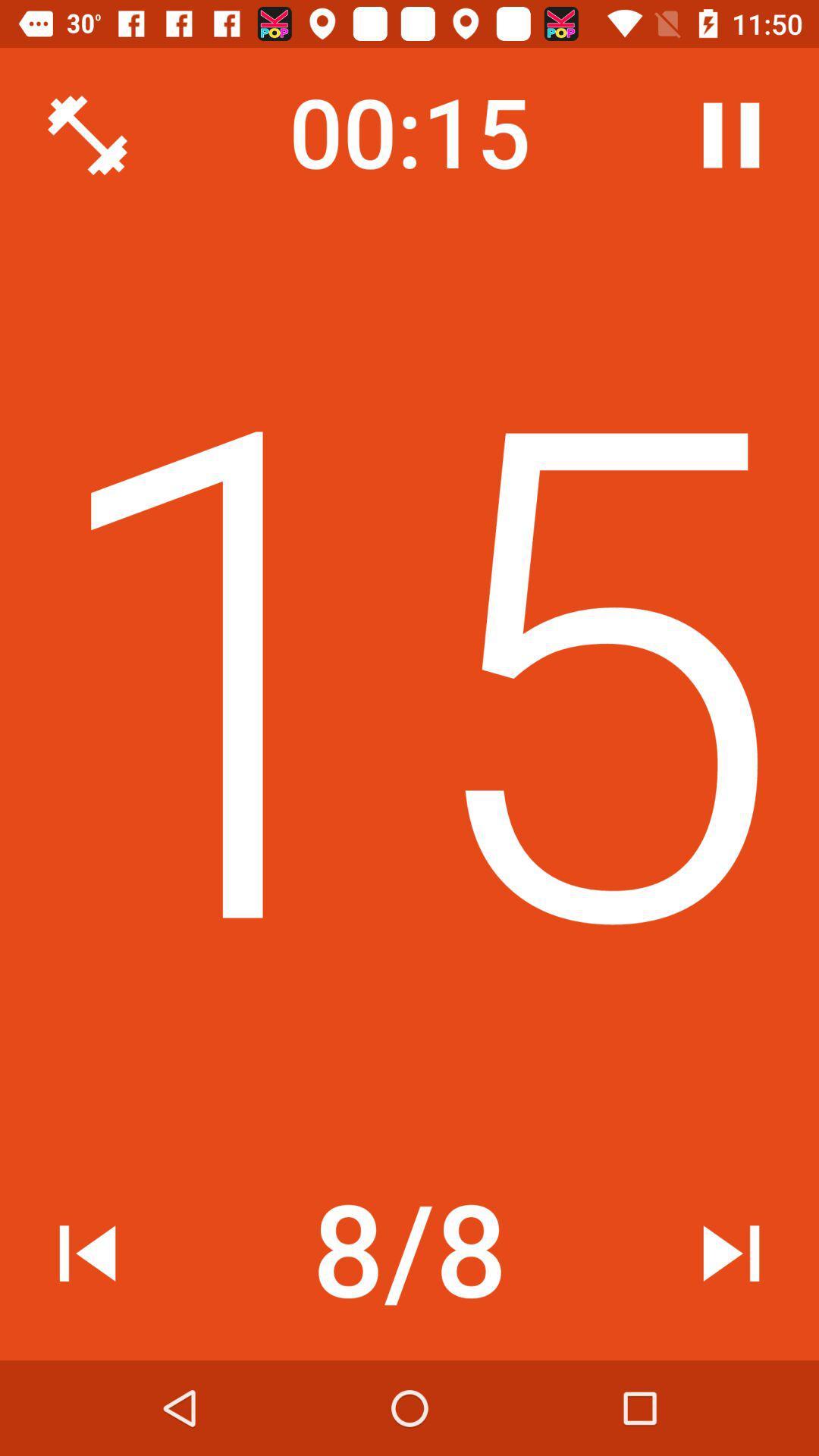 This screenshot has height=1456, width=819. I want to click on icon to the left of the 8/8, so click(87, 1253).